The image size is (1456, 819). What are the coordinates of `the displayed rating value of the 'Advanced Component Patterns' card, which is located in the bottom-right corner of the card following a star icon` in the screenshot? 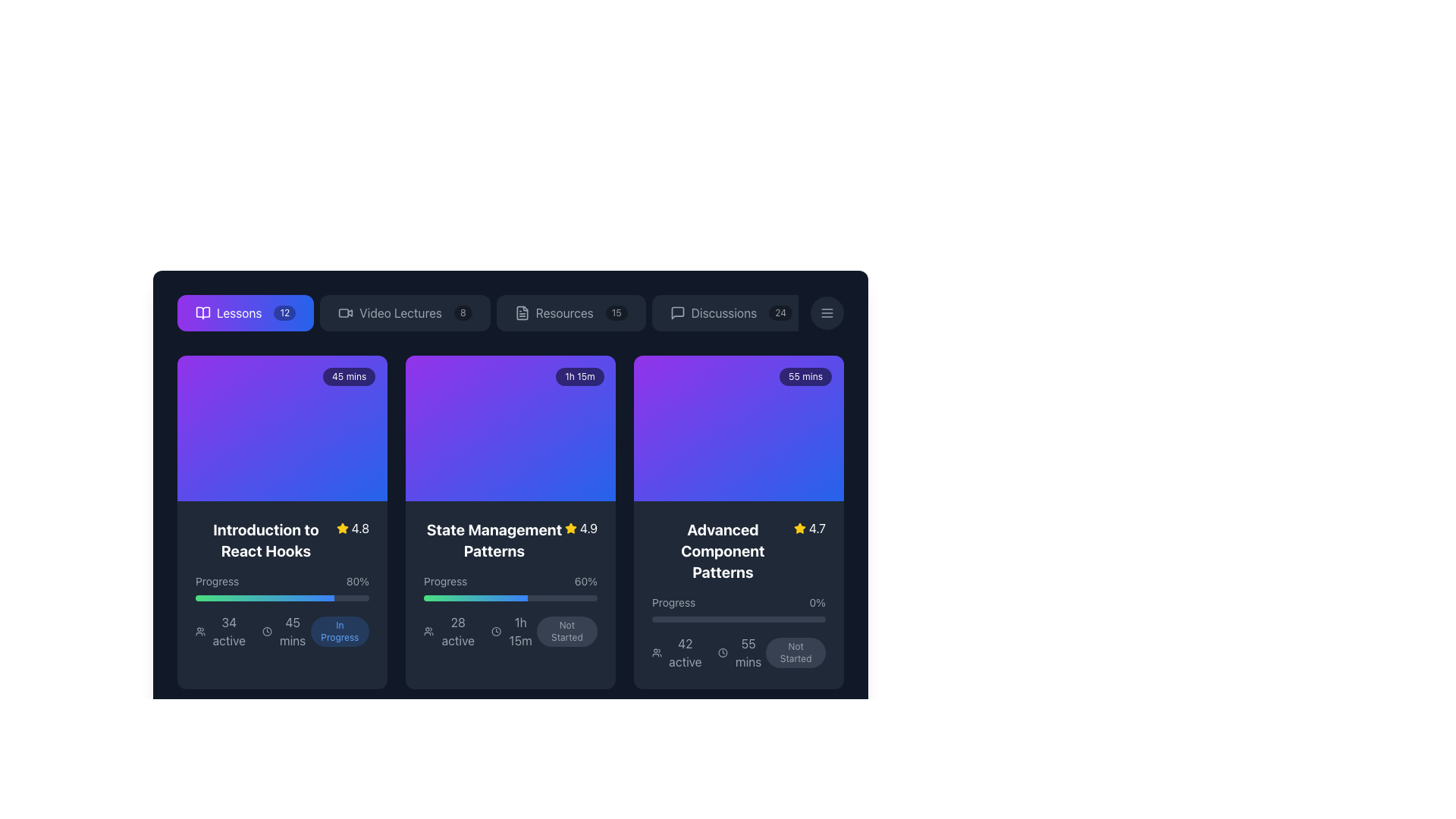 It's located at (816, 528).